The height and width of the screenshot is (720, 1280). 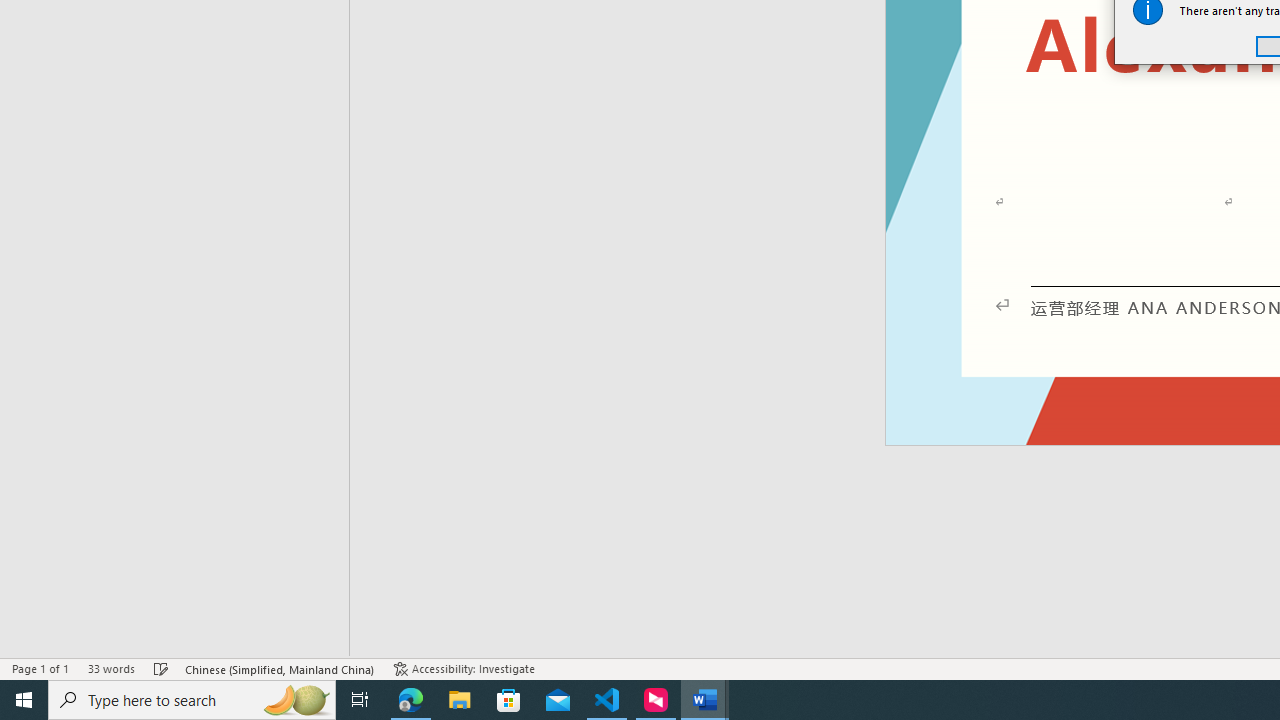 I want to click on 'Microsoft Store', so click(x=509, y=698).